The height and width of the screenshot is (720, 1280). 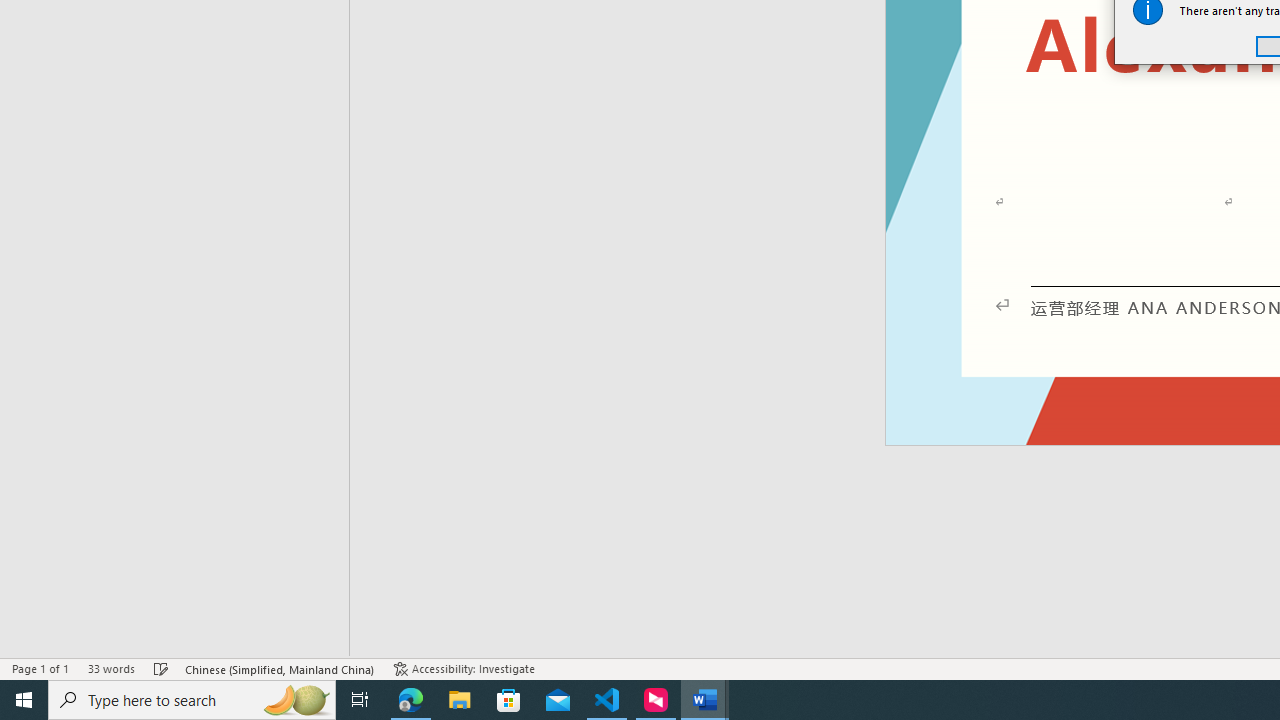 I want to click on 'Microsoft Store', so click(x=509, y=698).